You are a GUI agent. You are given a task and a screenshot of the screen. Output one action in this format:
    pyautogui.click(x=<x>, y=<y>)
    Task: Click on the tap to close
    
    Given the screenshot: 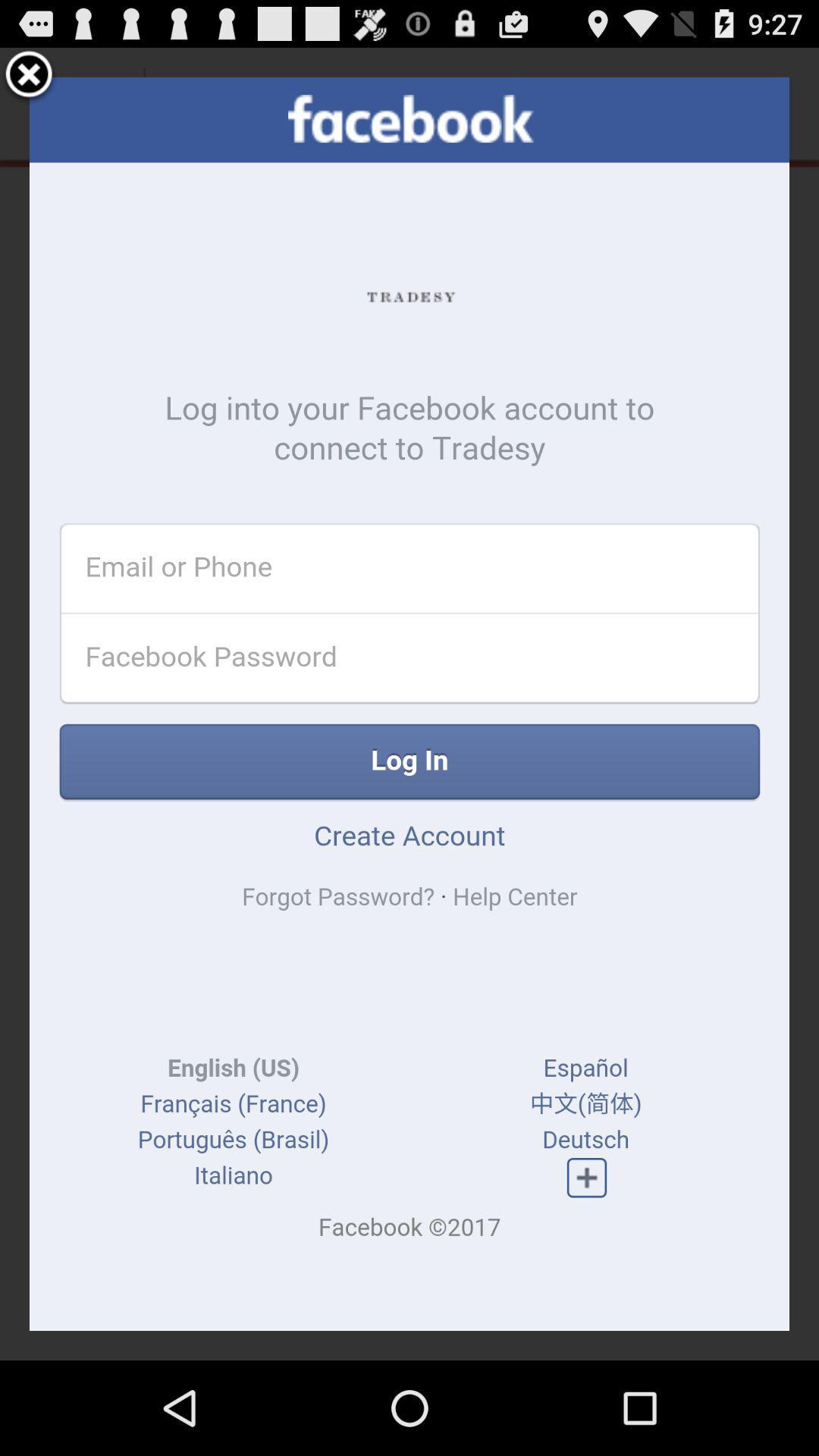 What is the action you would take?
    pyautogui.click(x=29, y=76)
    